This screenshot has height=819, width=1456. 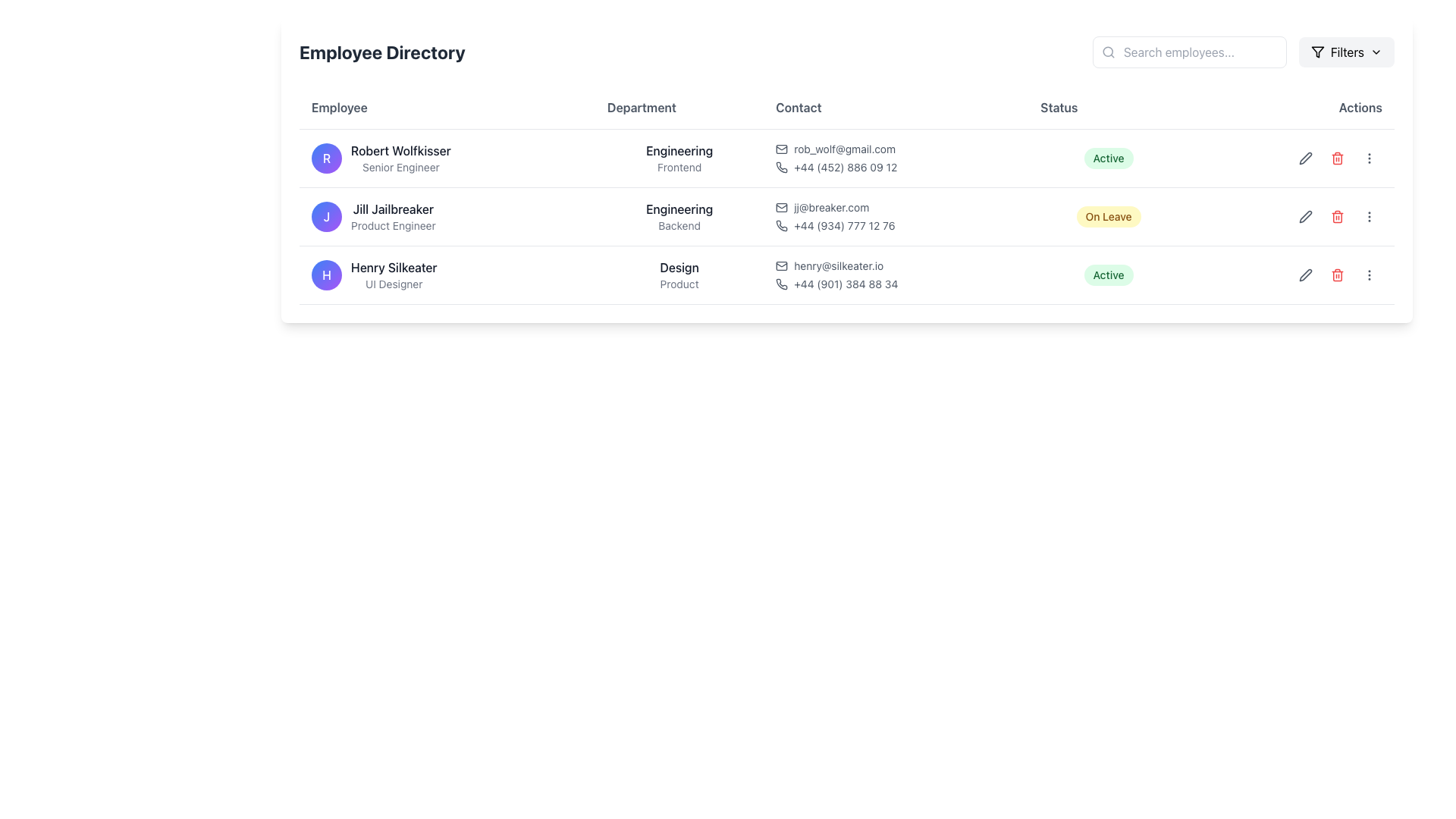 What do you see at coordinates (1337, 275) in the screenshot?
I see `the delete button located in the 'Actions' column of the third row in the table` at bounding box center [1337, 275].